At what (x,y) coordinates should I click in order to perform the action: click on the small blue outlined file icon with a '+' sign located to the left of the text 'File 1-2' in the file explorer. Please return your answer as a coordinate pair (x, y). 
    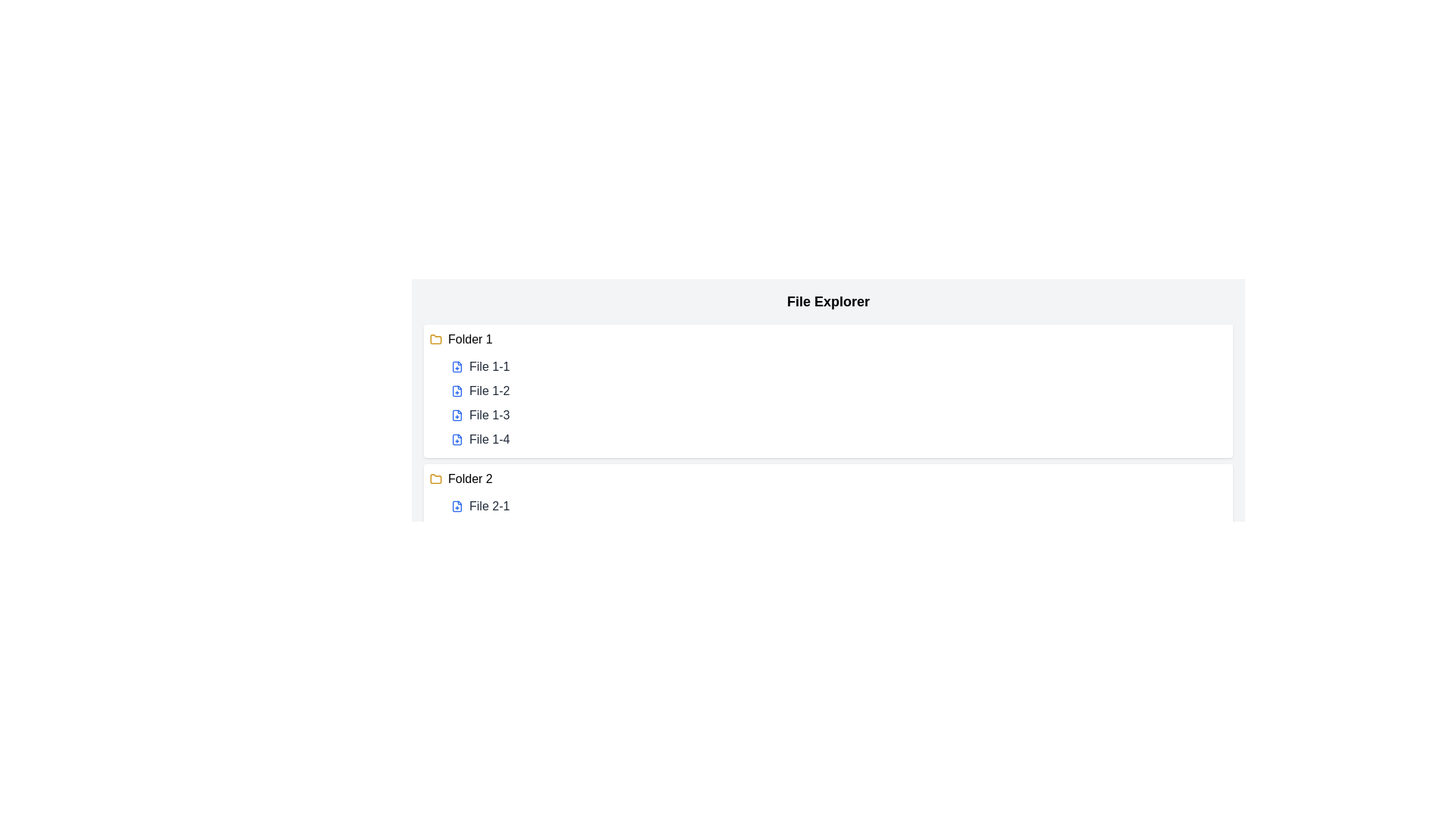
    Looking at the image, I should click on (457, 391).